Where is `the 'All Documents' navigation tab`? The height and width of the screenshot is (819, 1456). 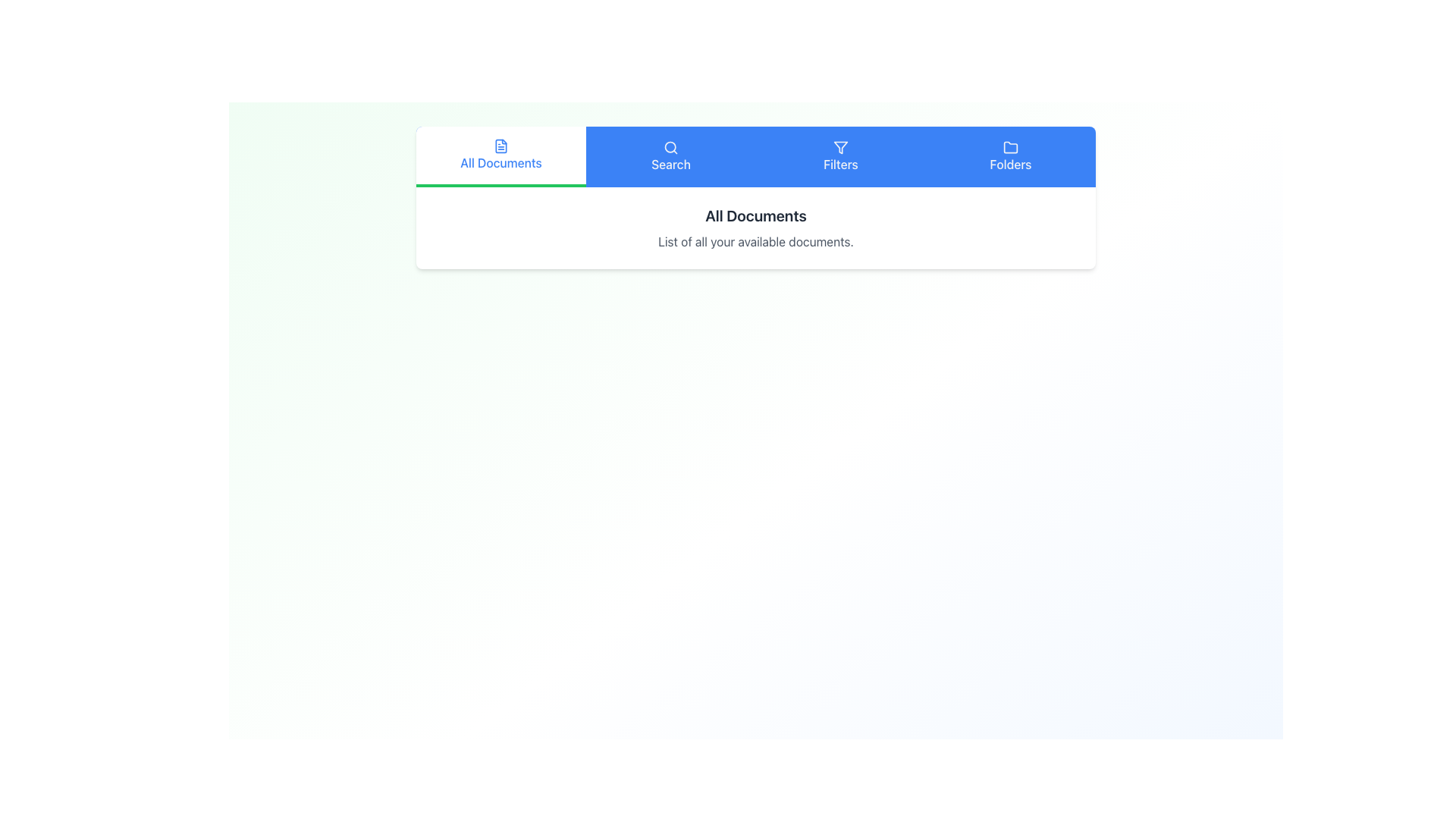 the 'All Documents' navigation tab is located at coordinates (501, 155).